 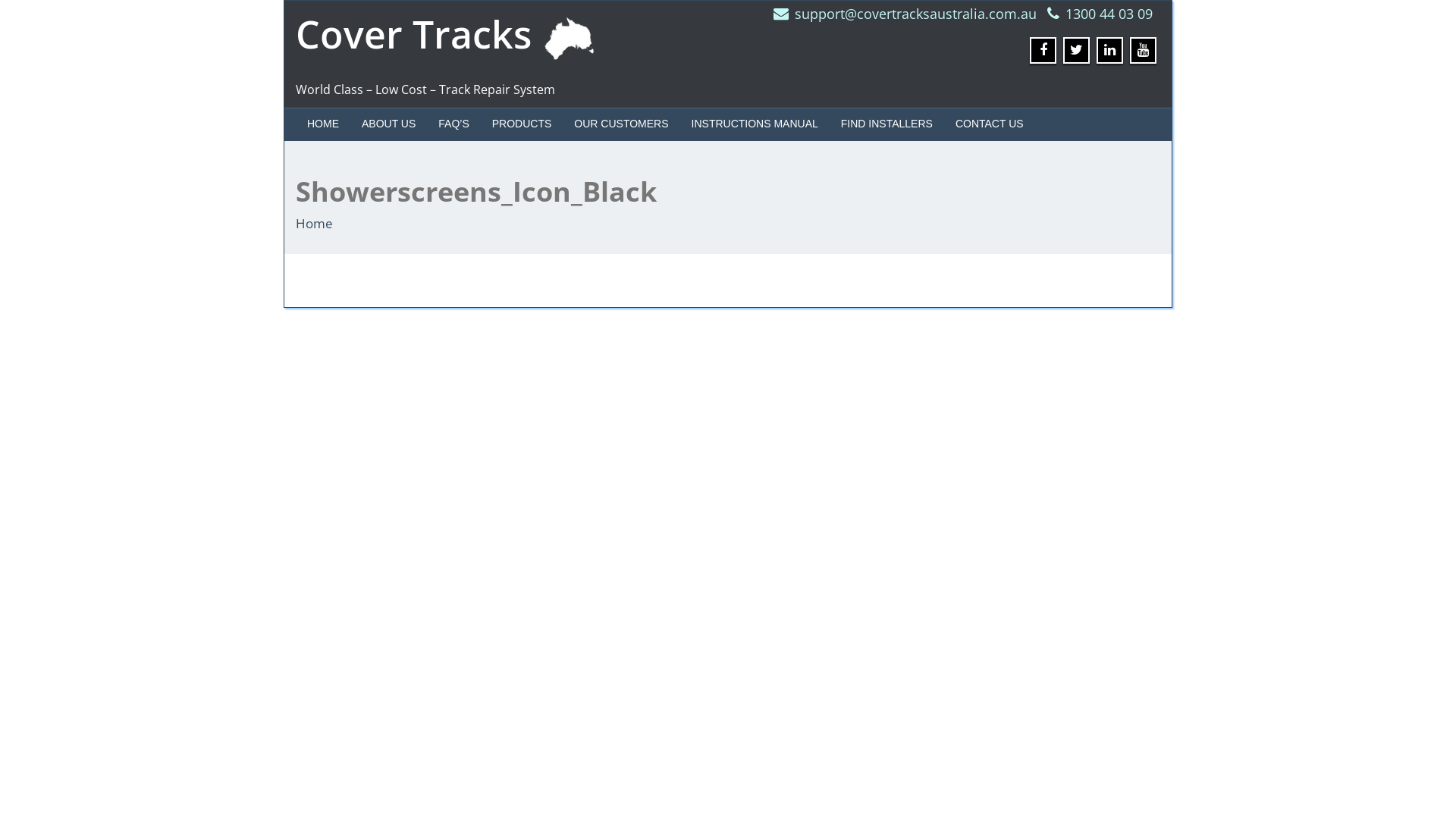 What do you see at coordinates (522, 122) in the screenshot?
I see `'PRODUCTS'` at bounding box center [522, 122].